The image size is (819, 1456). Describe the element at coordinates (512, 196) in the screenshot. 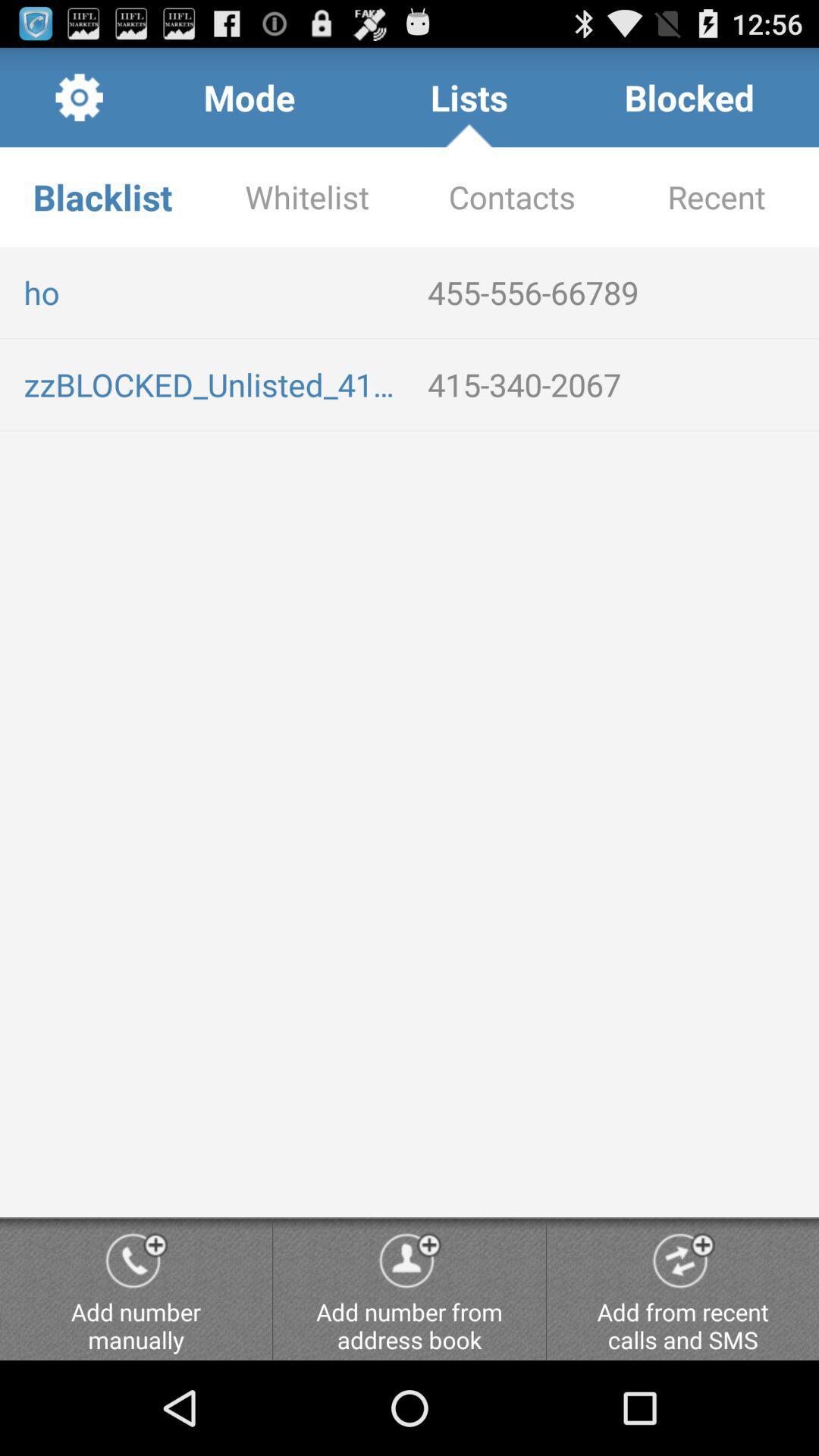

I see `item next to the whitelist` at that location.